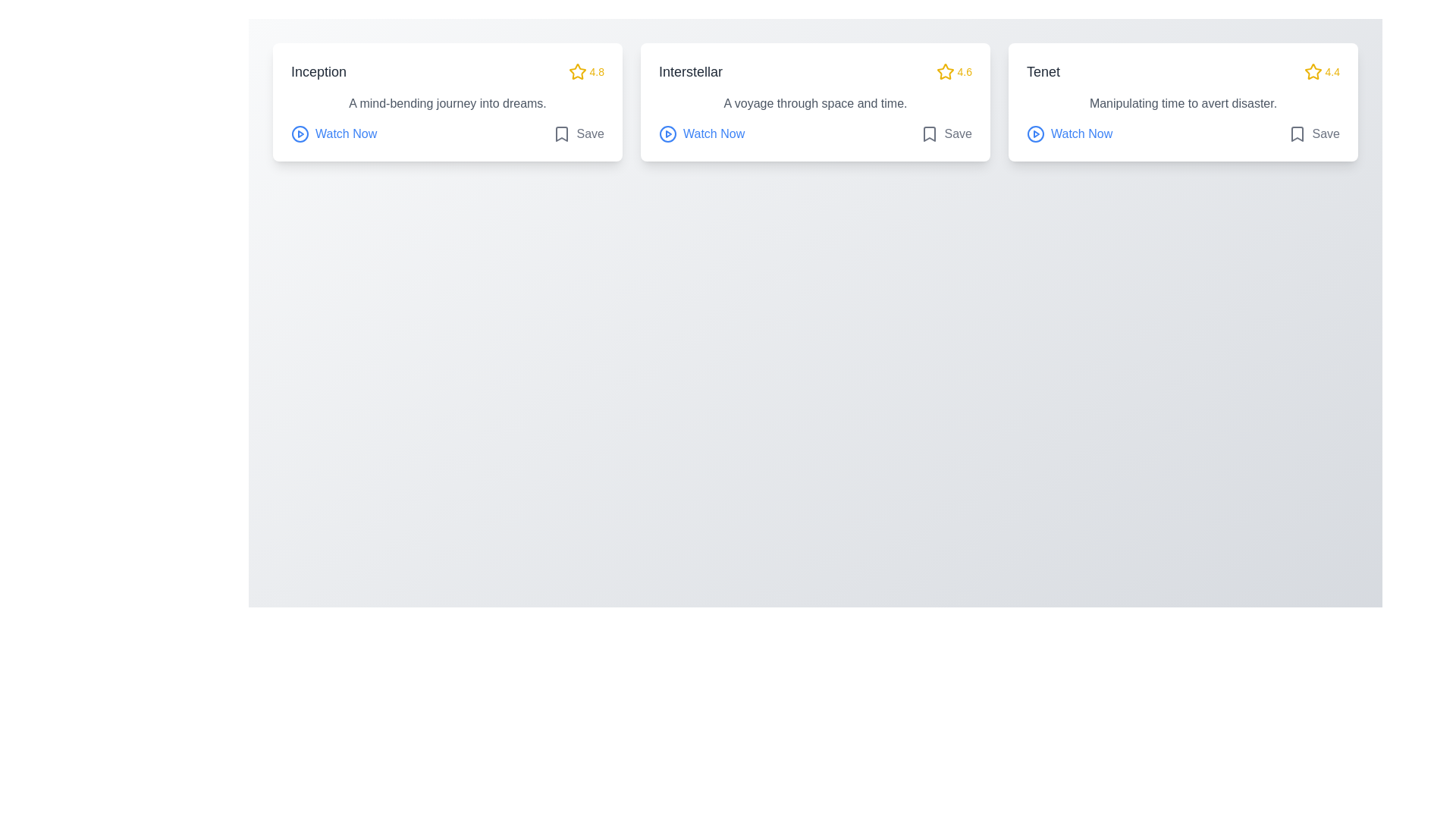  I want to click on the Rating Display element that shows the rating of the 'Inception' card, located in the top-right corner of the card, so click(585, 72).